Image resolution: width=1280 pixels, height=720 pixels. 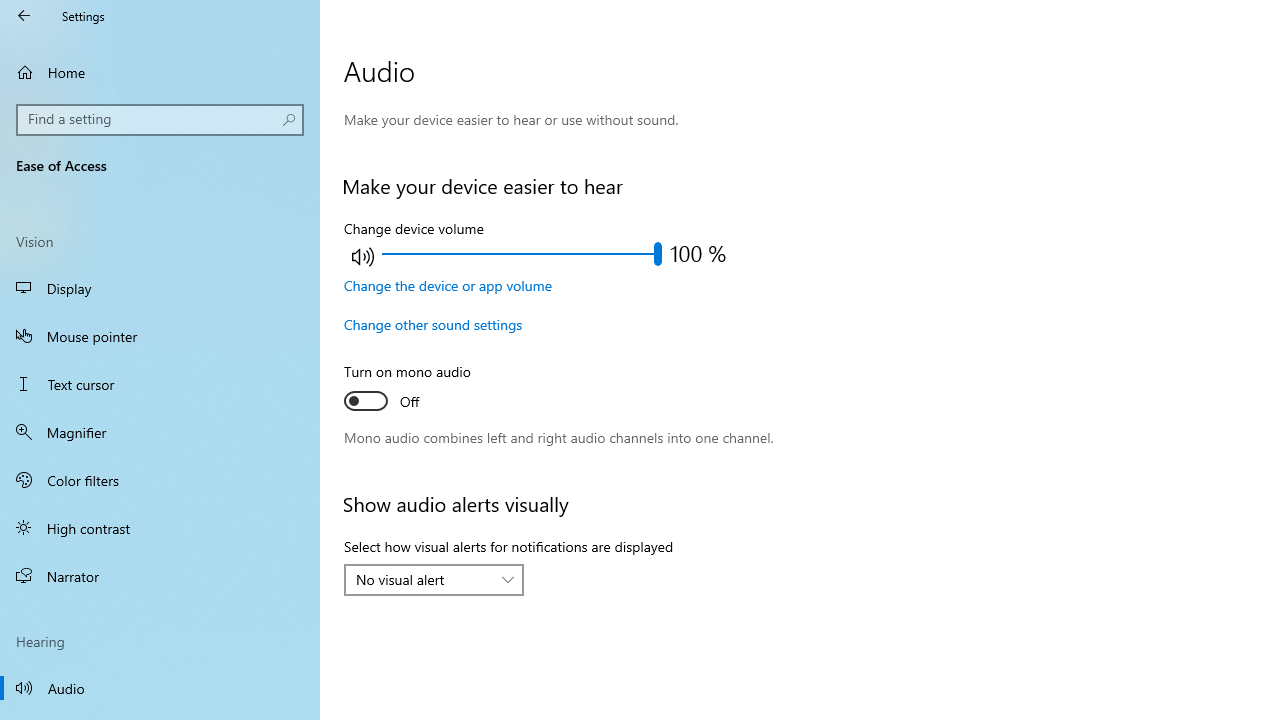 I want to click on 'Audio', so click(x=160, y=686).